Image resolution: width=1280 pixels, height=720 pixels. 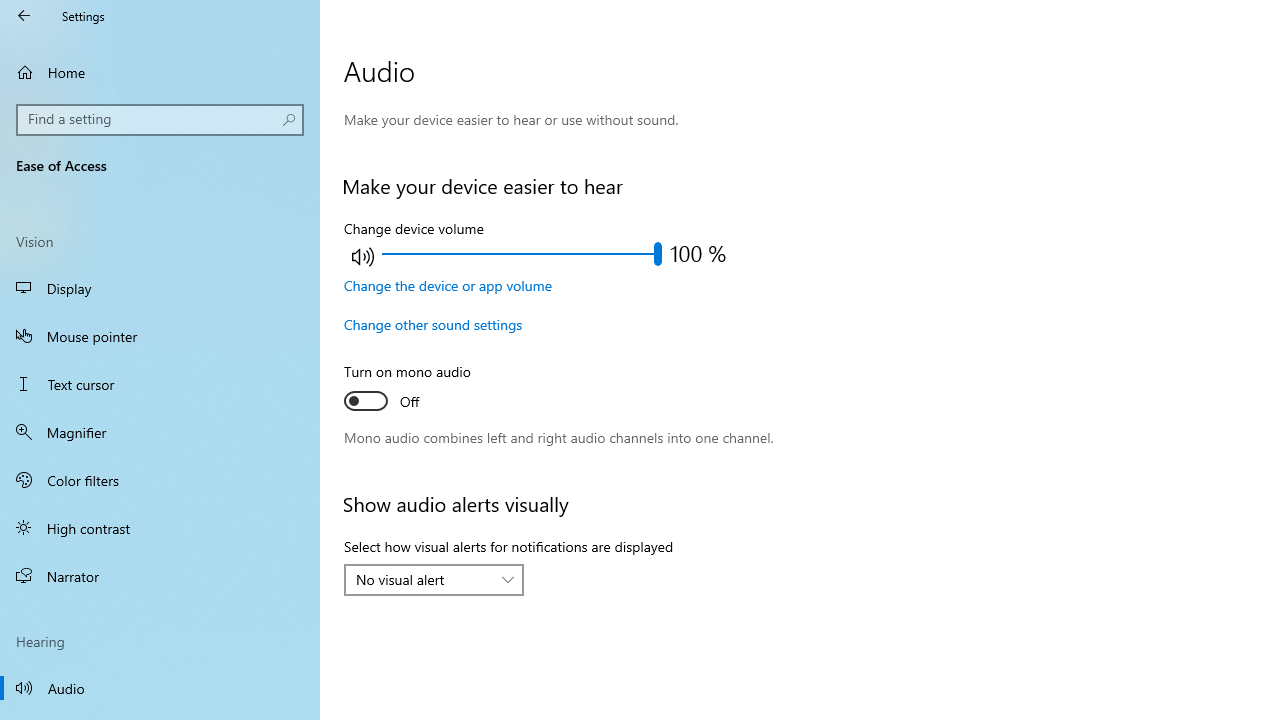 I want to click on 'Audio', so click(x=160, y=686).